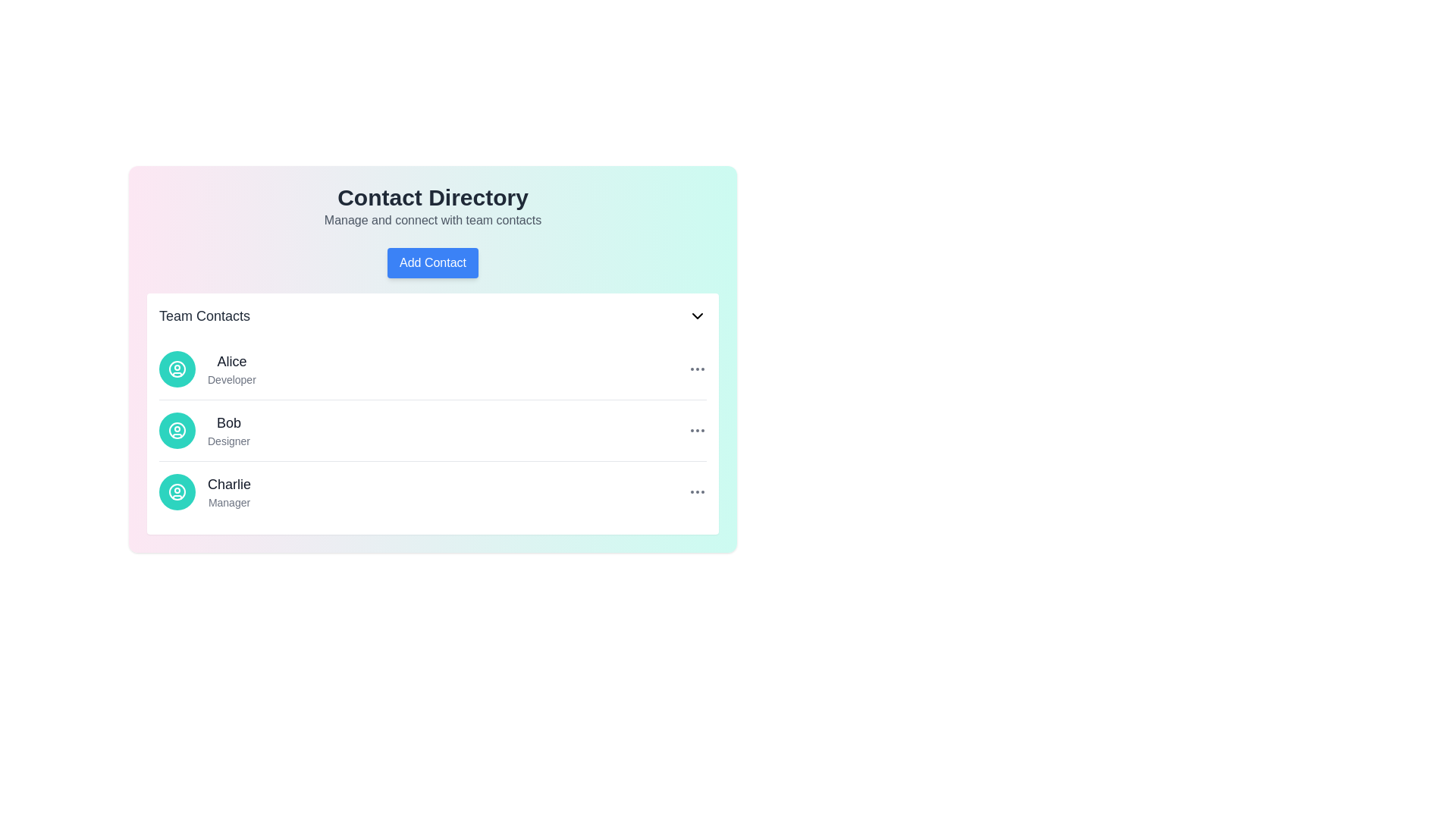 The image size is (1456, 819). Describe the element at coordinates (697, 430) in the screenshot. I see `the vertical ellipsis icon button located at the far-right side of the 'Bob' entry in the 'Team Contacts' section` at that location.